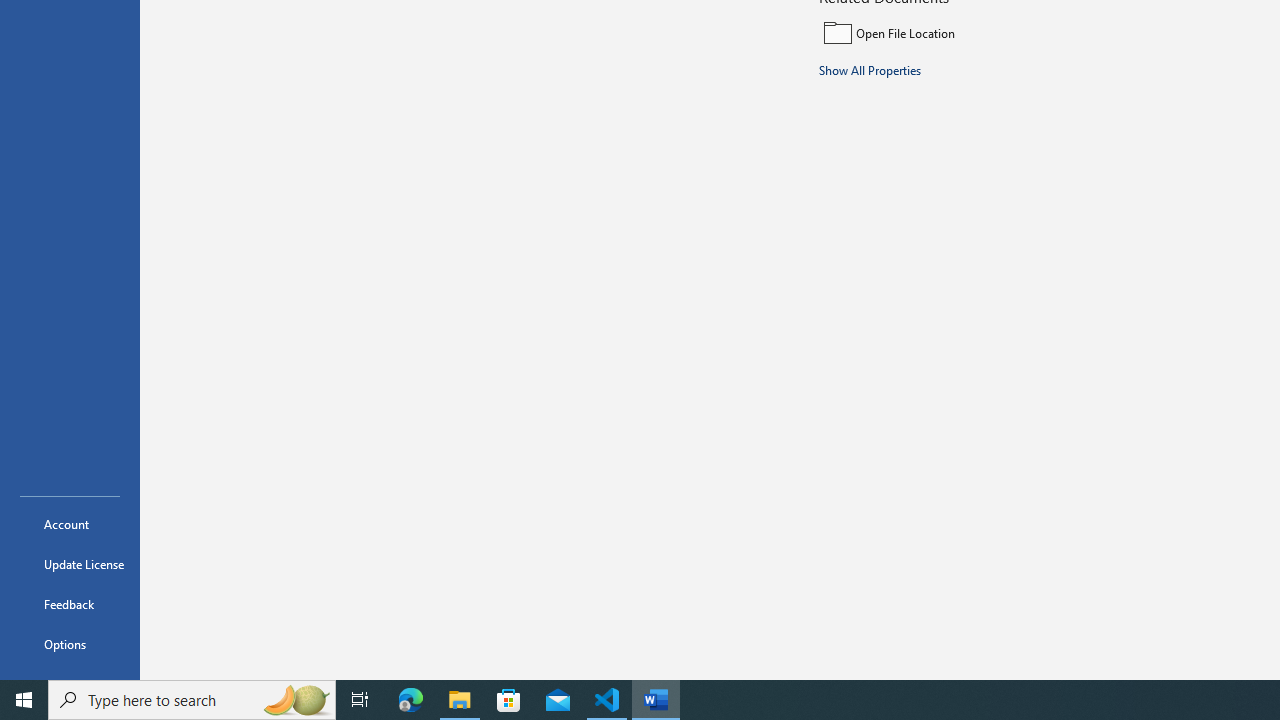 The image size is (1280, 720). Describe the element at coordinates (69, 644) in the screenshot. I see `'Options'` at that location.